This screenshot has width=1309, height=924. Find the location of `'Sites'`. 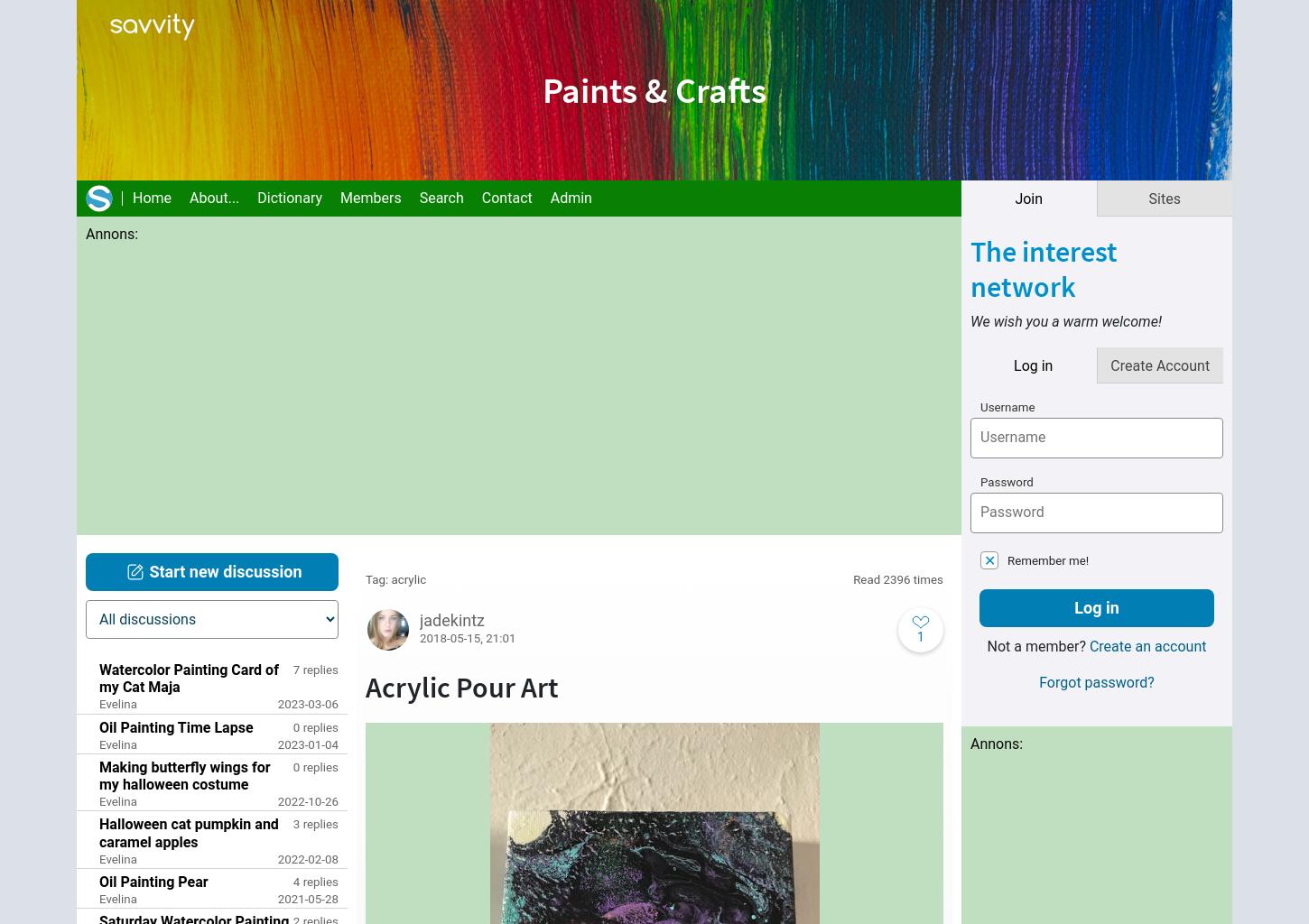

'Sites' is located at coordinates (1164, 198).